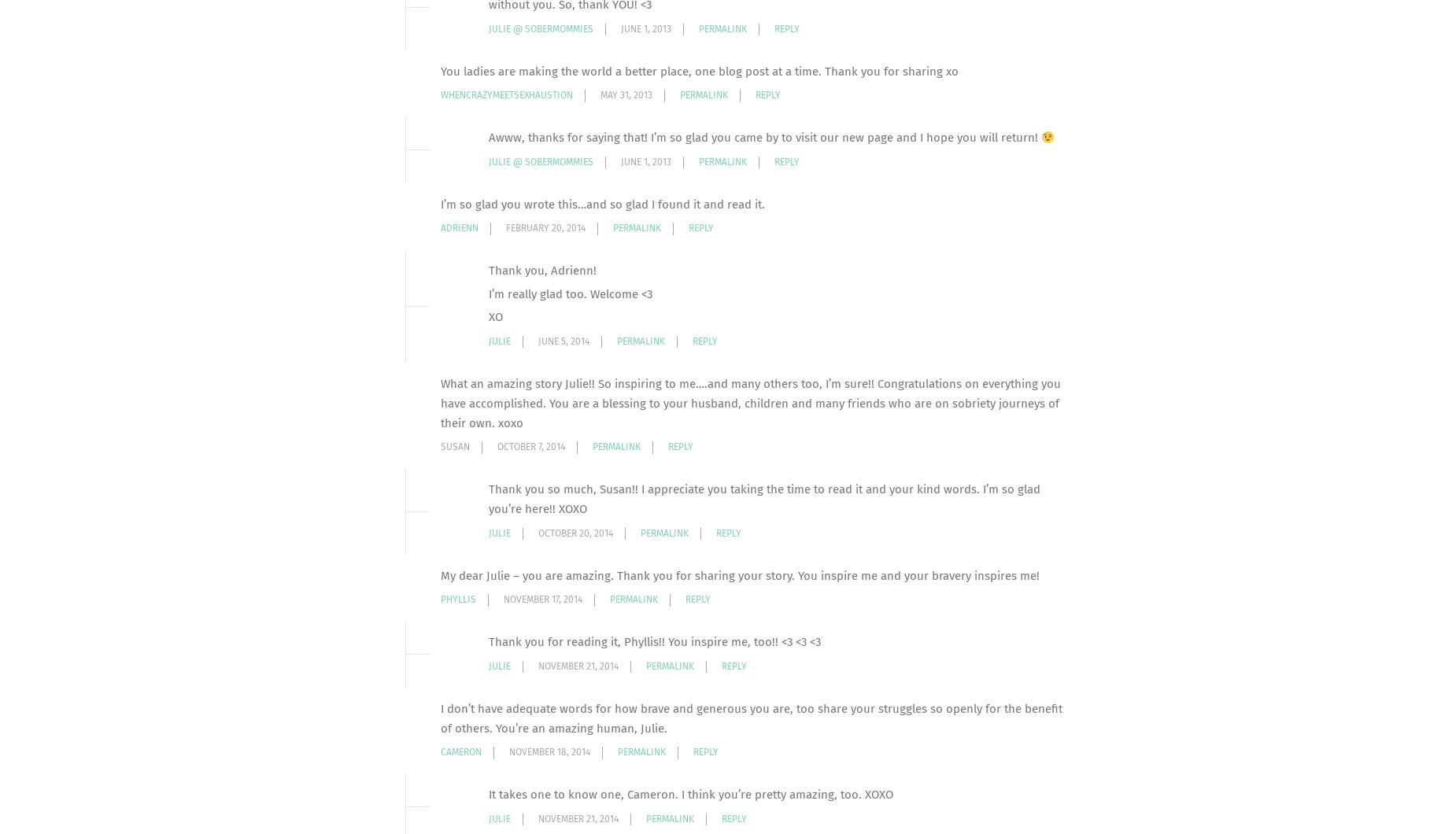 The width and height of the screenshot is (1456, 834). Describe the element at coordinates (458, 599) in the screenshot. I see `'Phyllis'` at that location.